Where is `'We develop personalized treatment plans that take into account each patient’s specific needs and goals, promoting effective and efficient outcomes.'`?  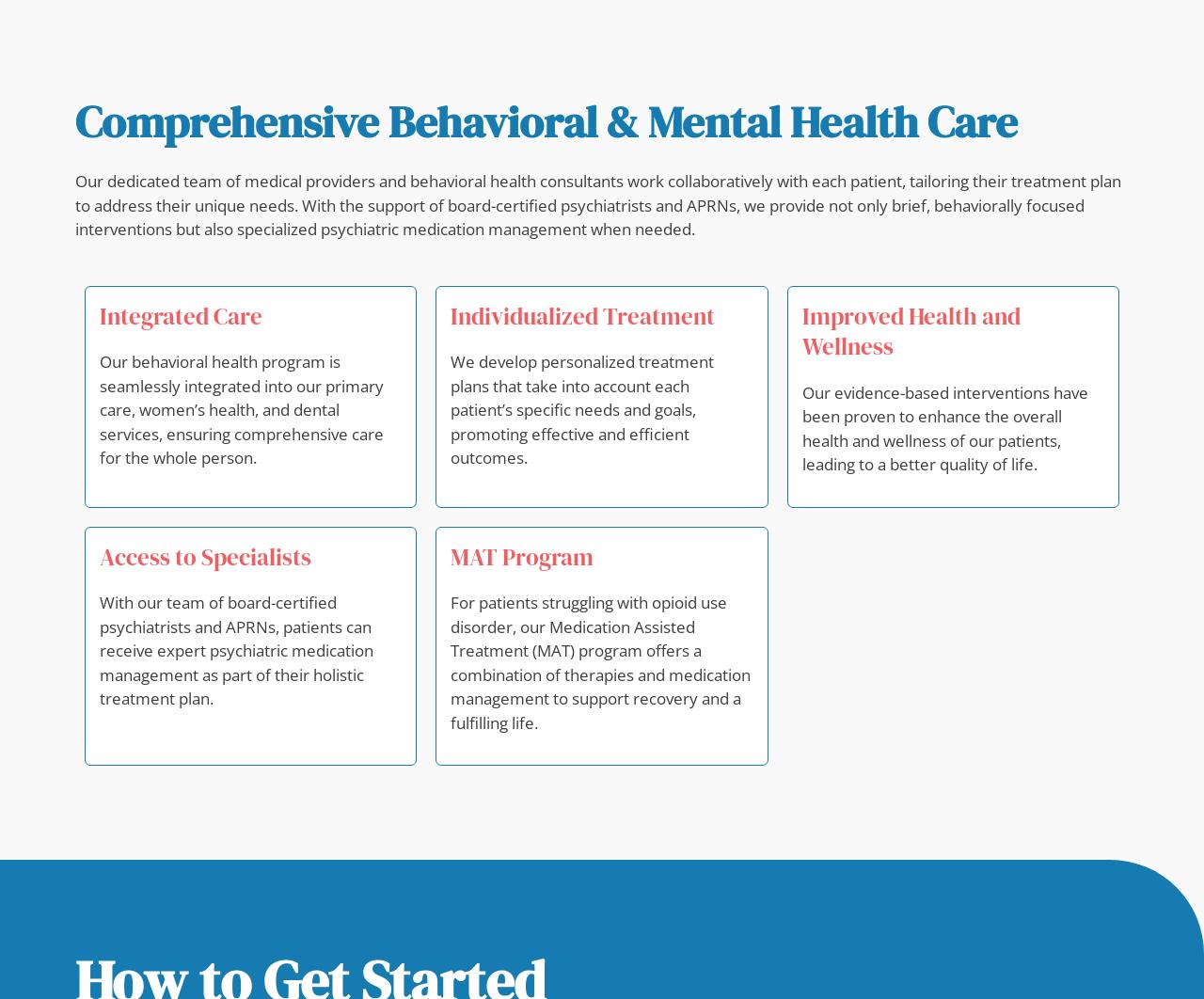 'We develop personalized treatment plans that take into account each patient’s specific needs and goals, promoting effective and efficient outcomes.' is located at coordinates (581, 408).